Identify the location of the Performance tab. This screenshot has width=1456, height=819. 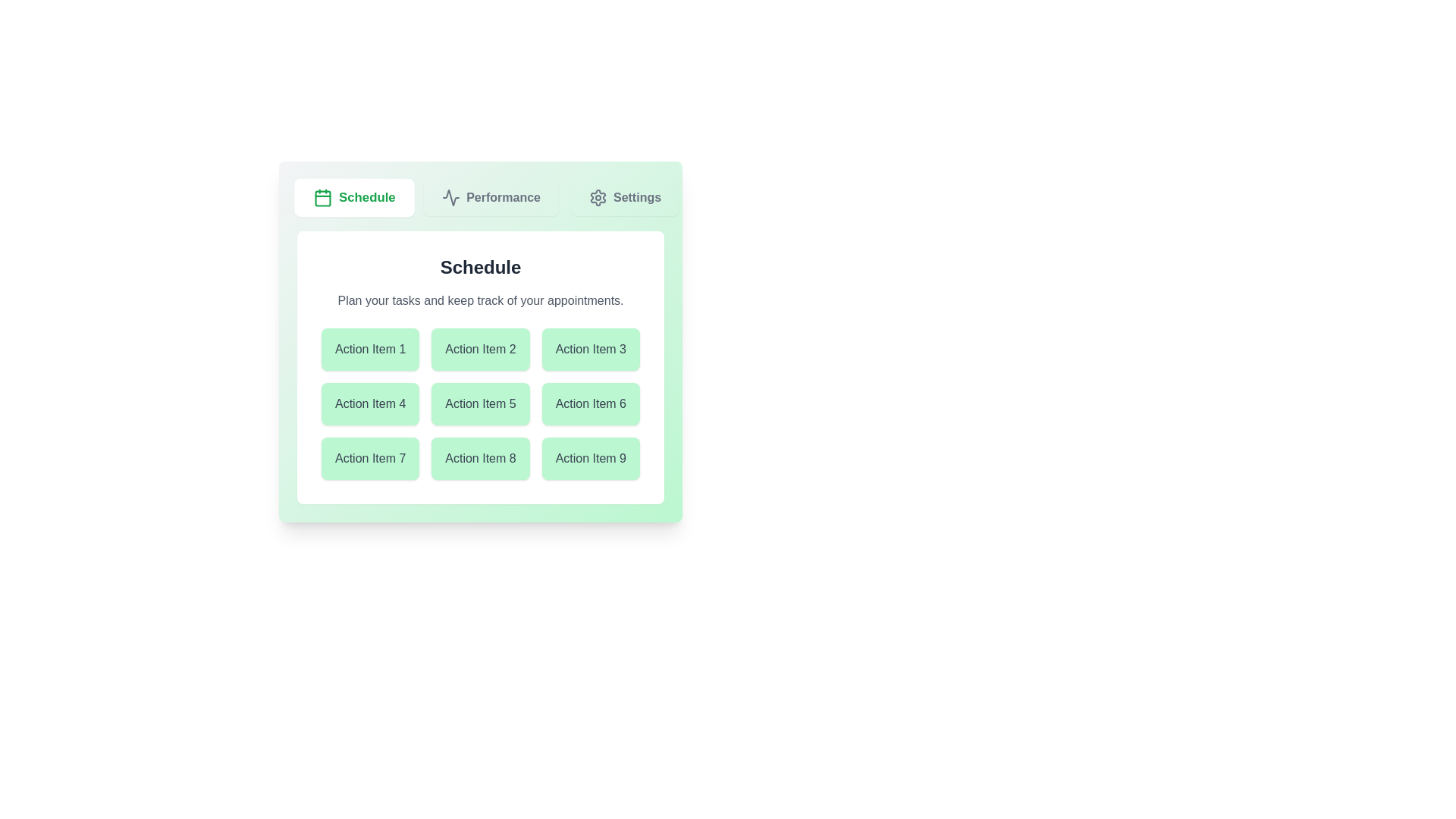
(491, 197).